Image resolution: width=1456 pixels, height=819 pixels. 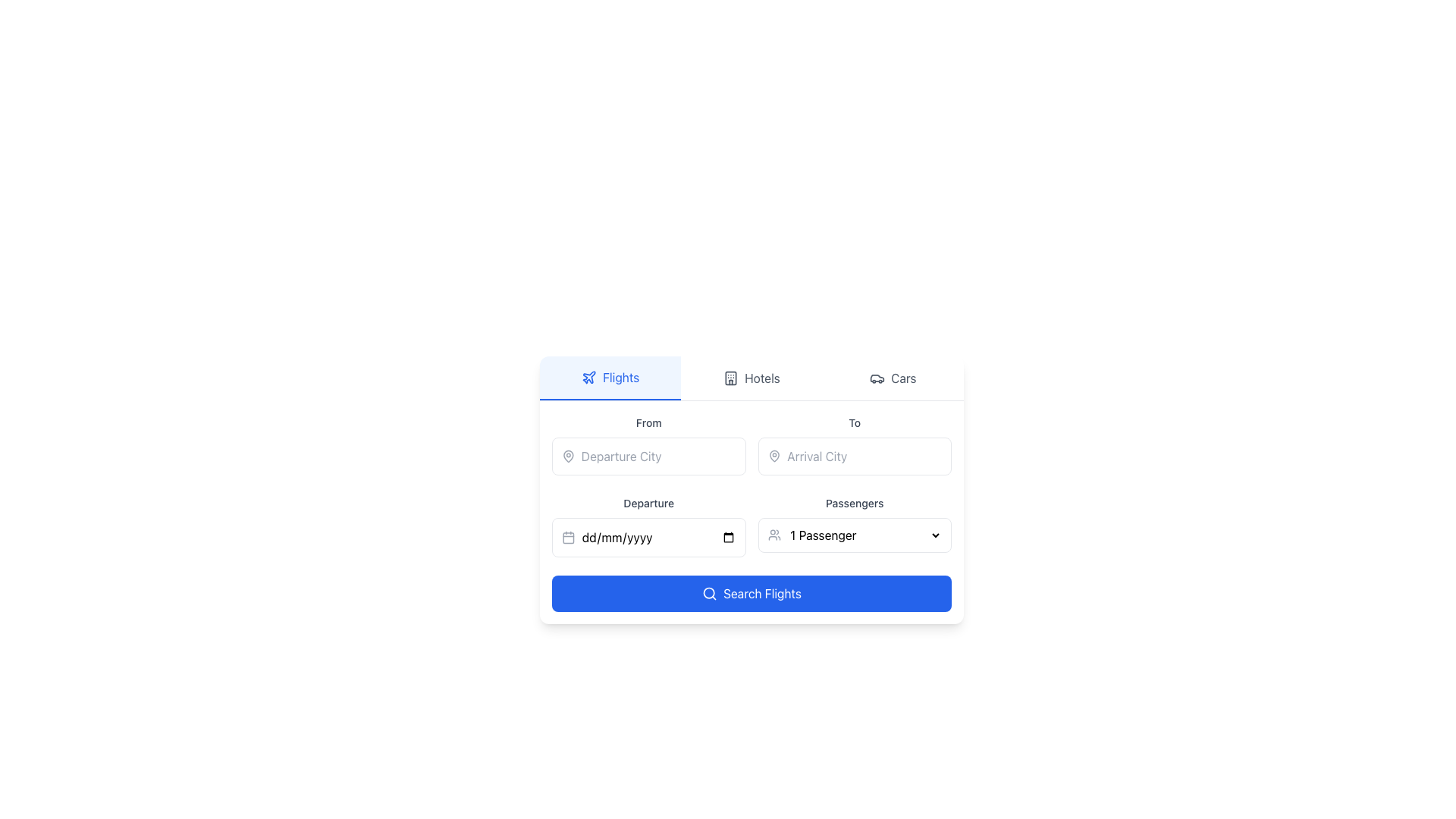 I want to click on the 'Flights' tab, which is the first tab in a horizontal menu and is visually characterized by a blue label with a small airplane icon on its left side and a highlighted blue border at the bottom, so click(x=610, y=377).